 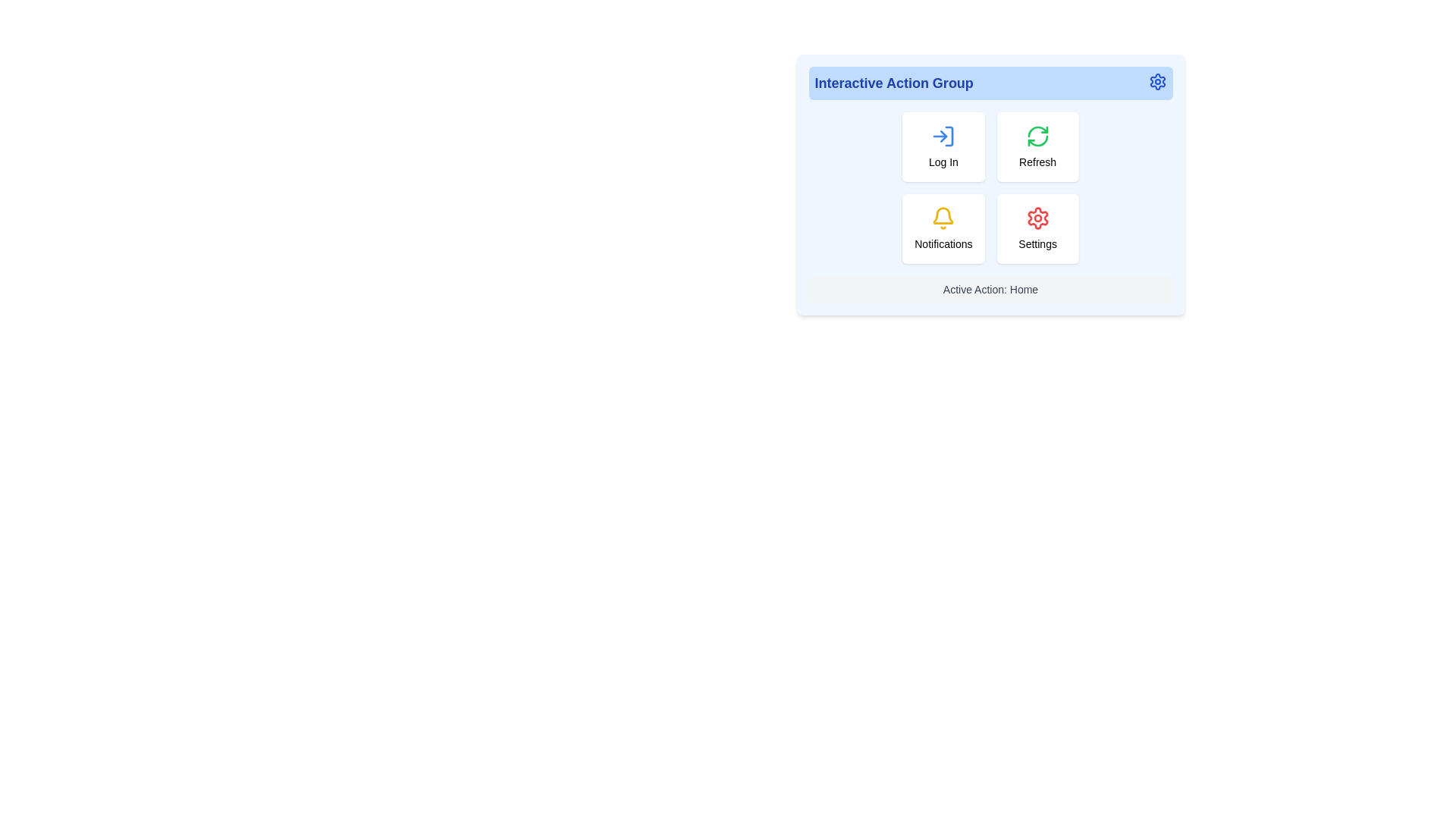 What do you see at coordinates (990, 289) in the screenshot?
I see `the informational banner that displays 'Active Action: Home', which is styled with a light gray background and rounded corners, located within the 'Interactive Action Group' at the bottom` at bounding box center [990, 289].